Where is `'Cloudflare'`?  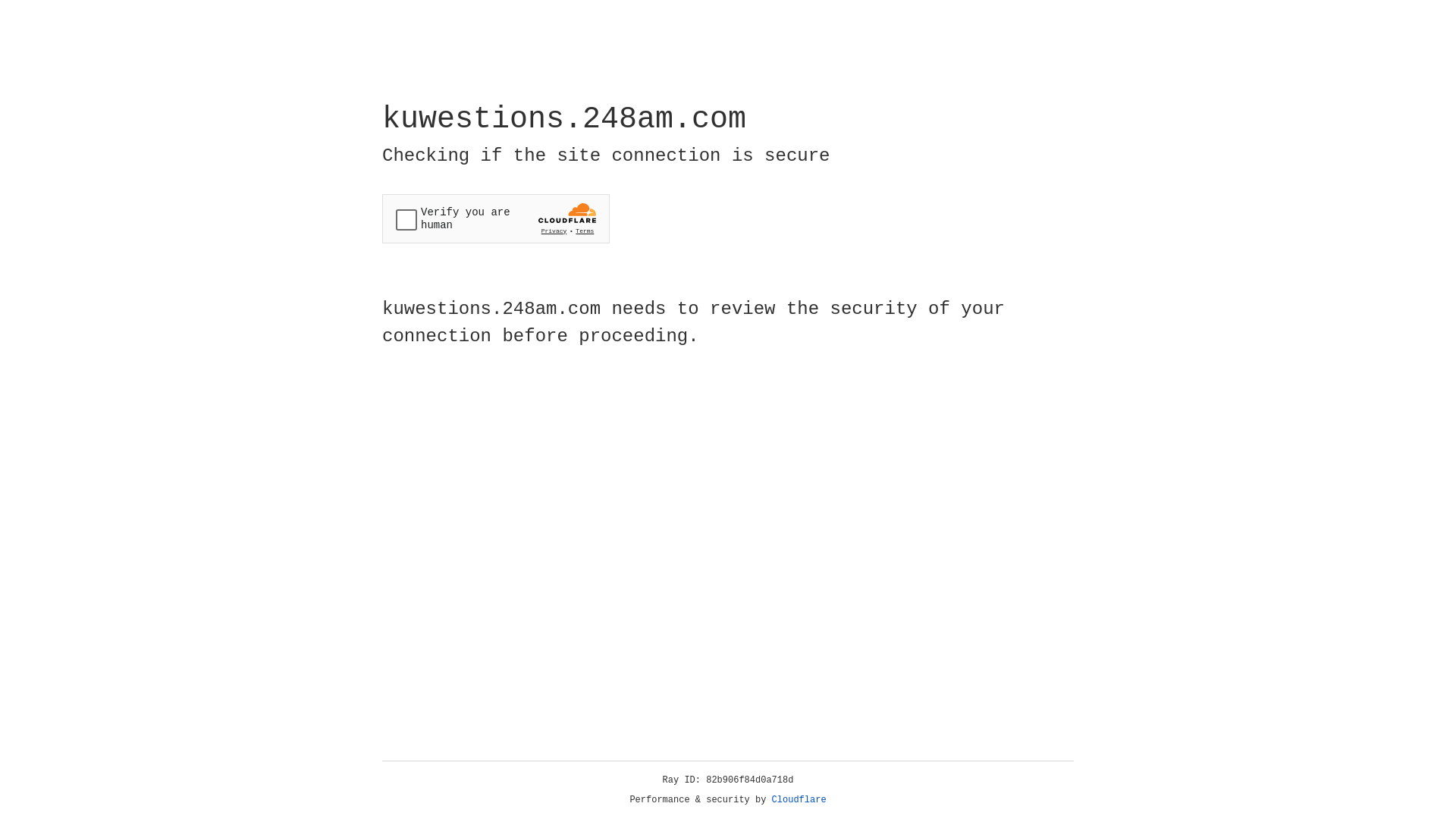
'Cloudflare' is located at coordinates (799, 799).